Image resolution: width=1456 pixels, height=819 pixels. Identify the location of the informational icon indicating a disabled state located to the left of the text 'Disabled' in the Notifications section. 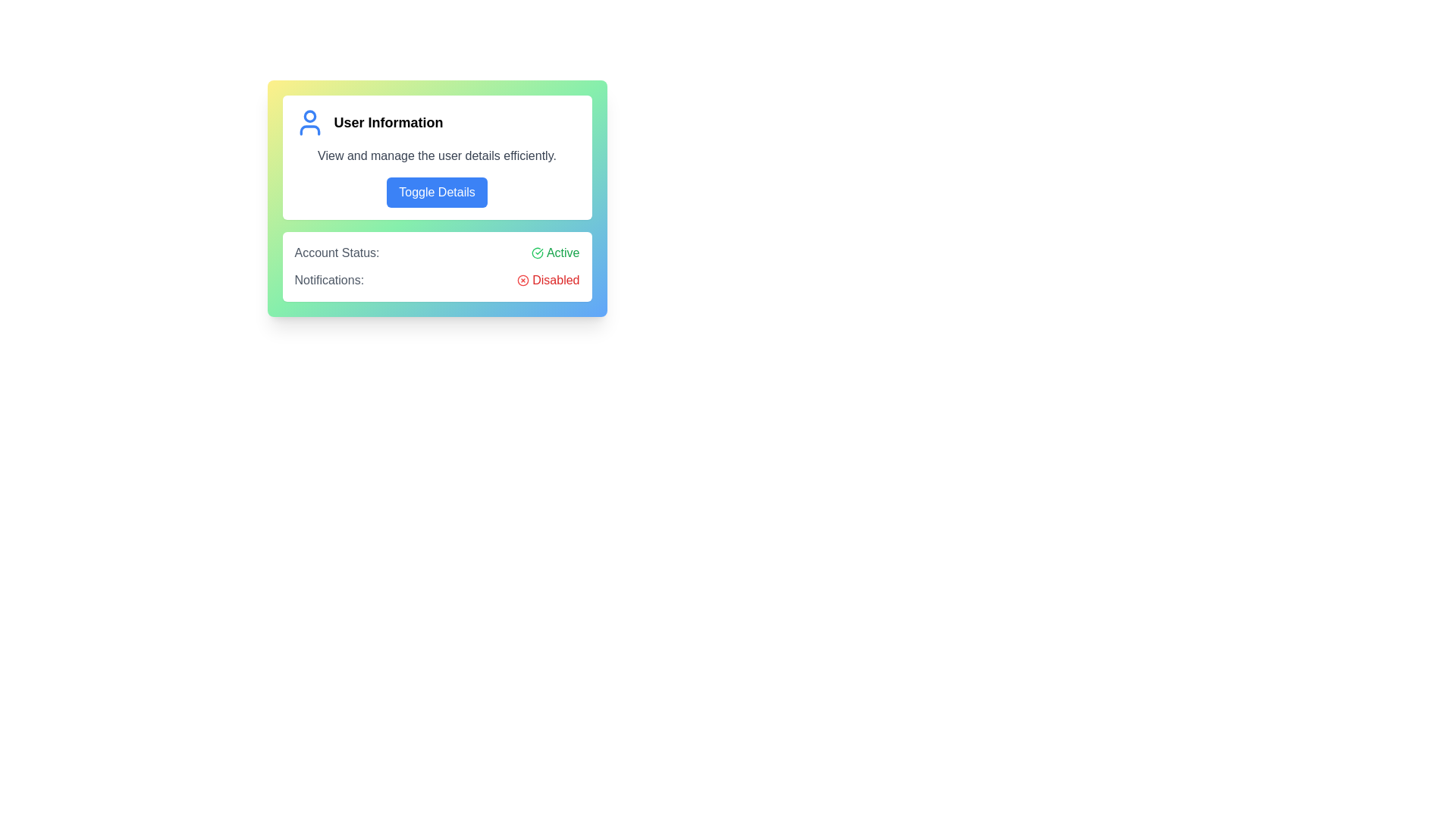
(523, 281).